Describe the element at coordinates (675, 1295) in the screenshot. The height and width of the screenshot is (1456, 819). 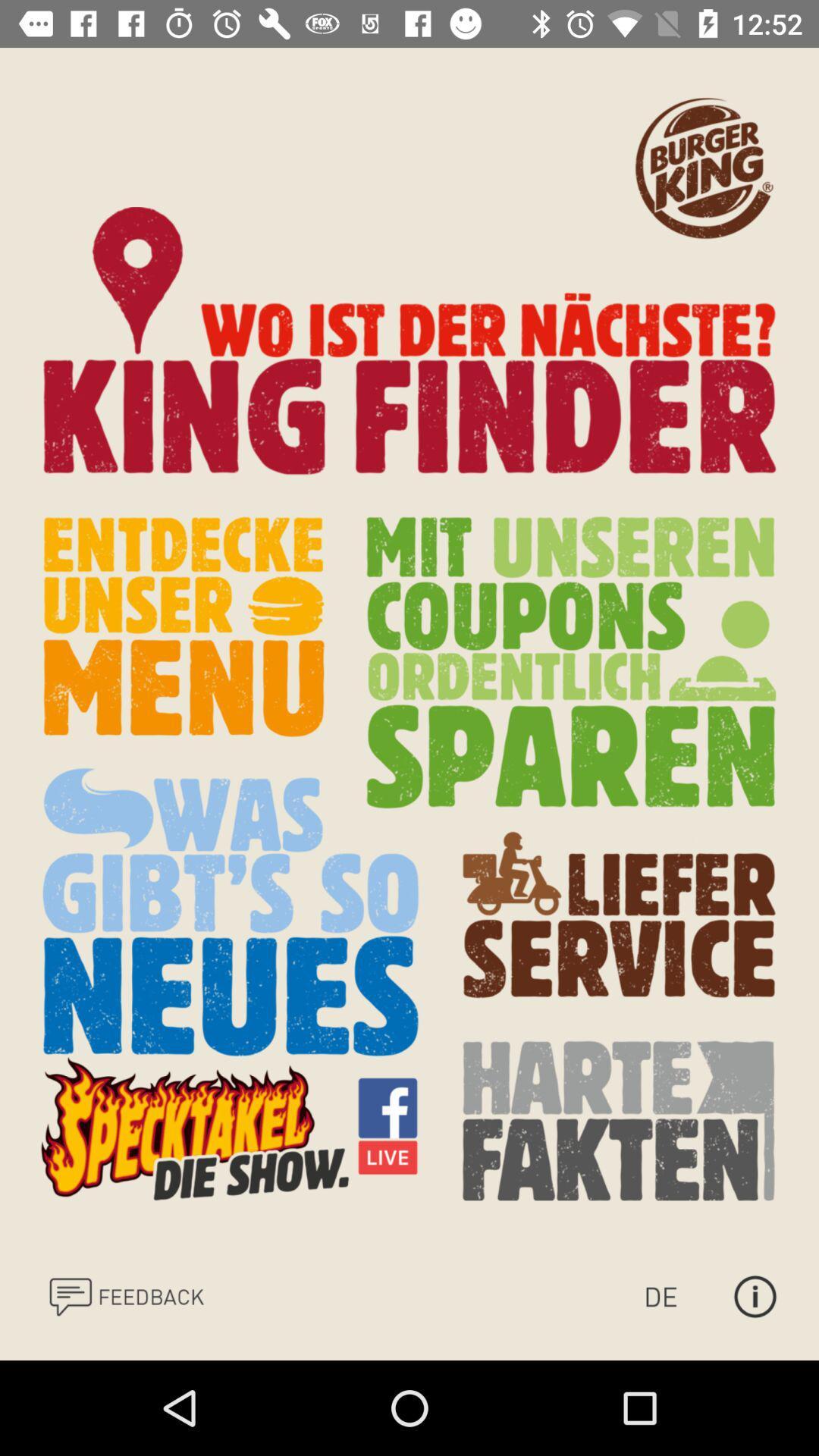
I see `language` at that location.